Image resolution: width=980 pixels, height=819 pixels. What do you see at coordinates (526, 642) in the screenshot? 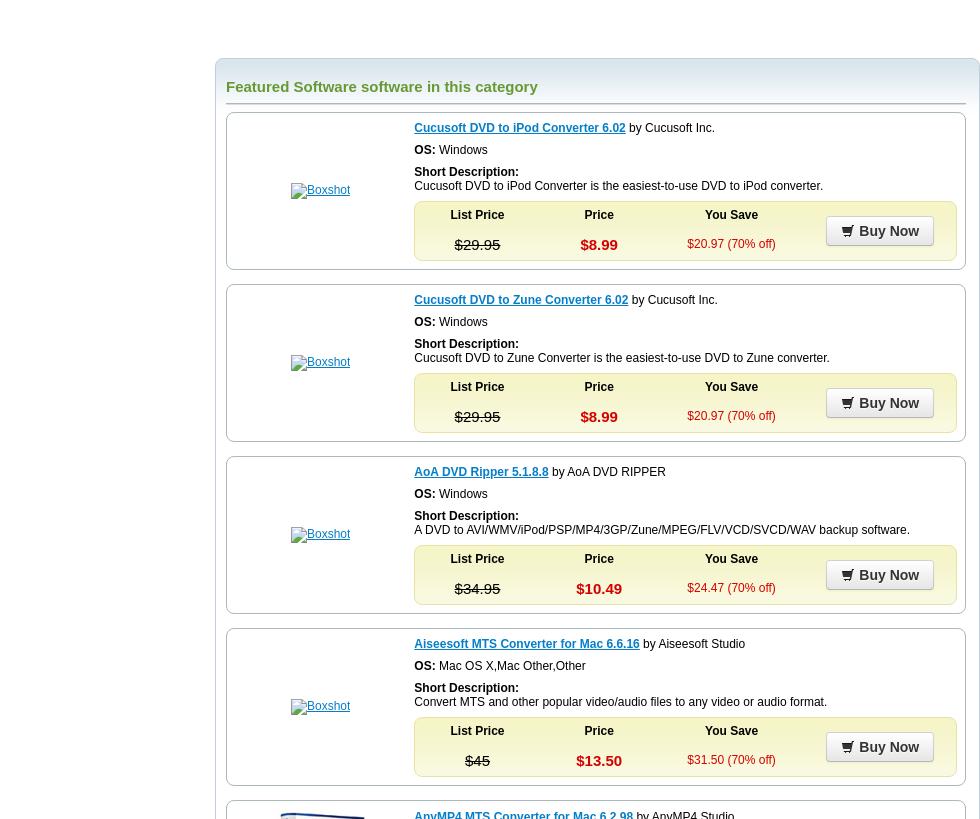
I see `'Aiseesoft MTS Converter for Mac 6.6.16'` at bounding box center [526, 642].